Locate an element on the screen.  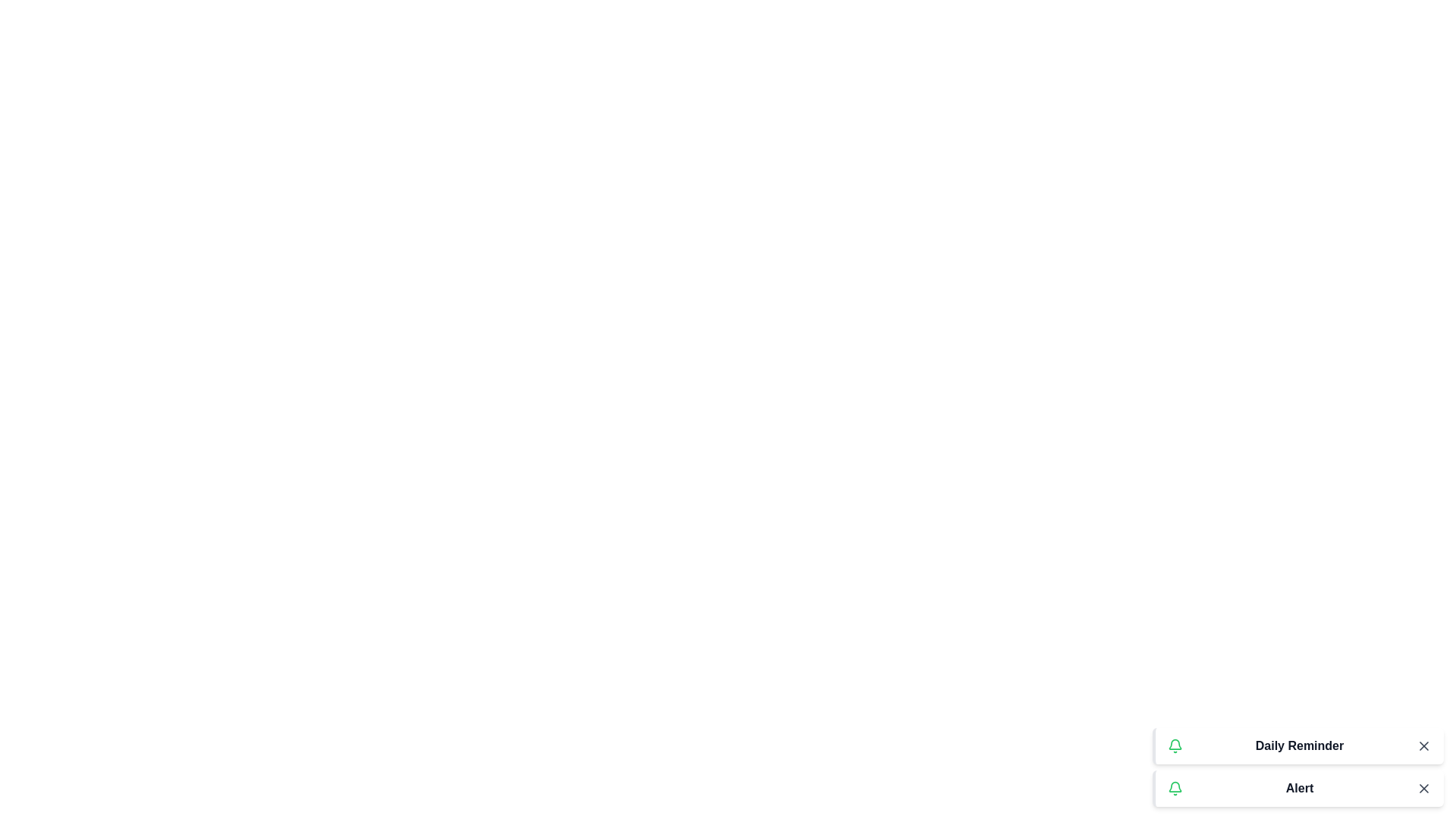
the close button of the notification titled 'Alert' is located at coordinates (1423, 788).